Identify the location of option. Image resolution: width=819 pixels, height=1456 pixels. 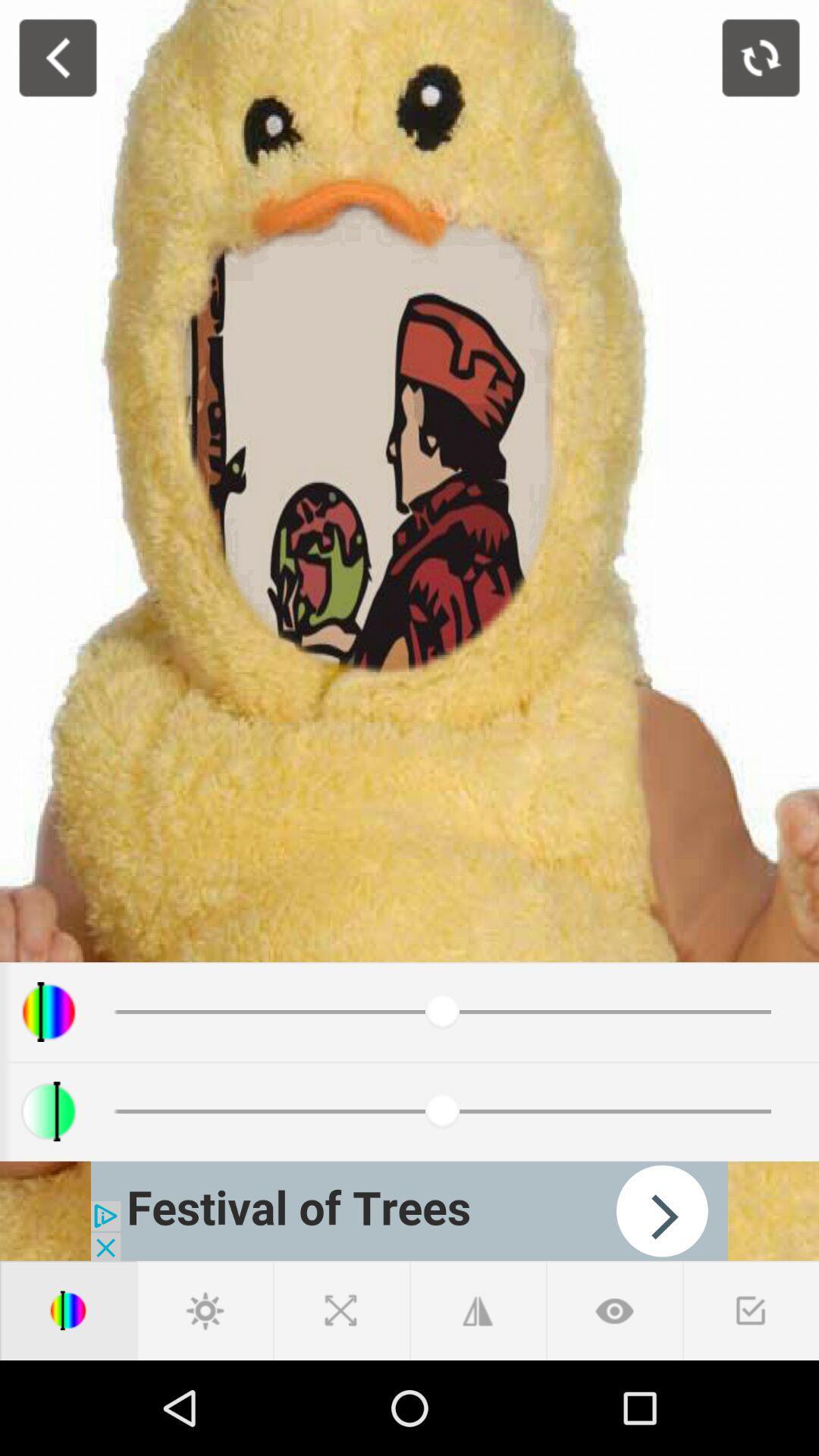
(751, 1310).